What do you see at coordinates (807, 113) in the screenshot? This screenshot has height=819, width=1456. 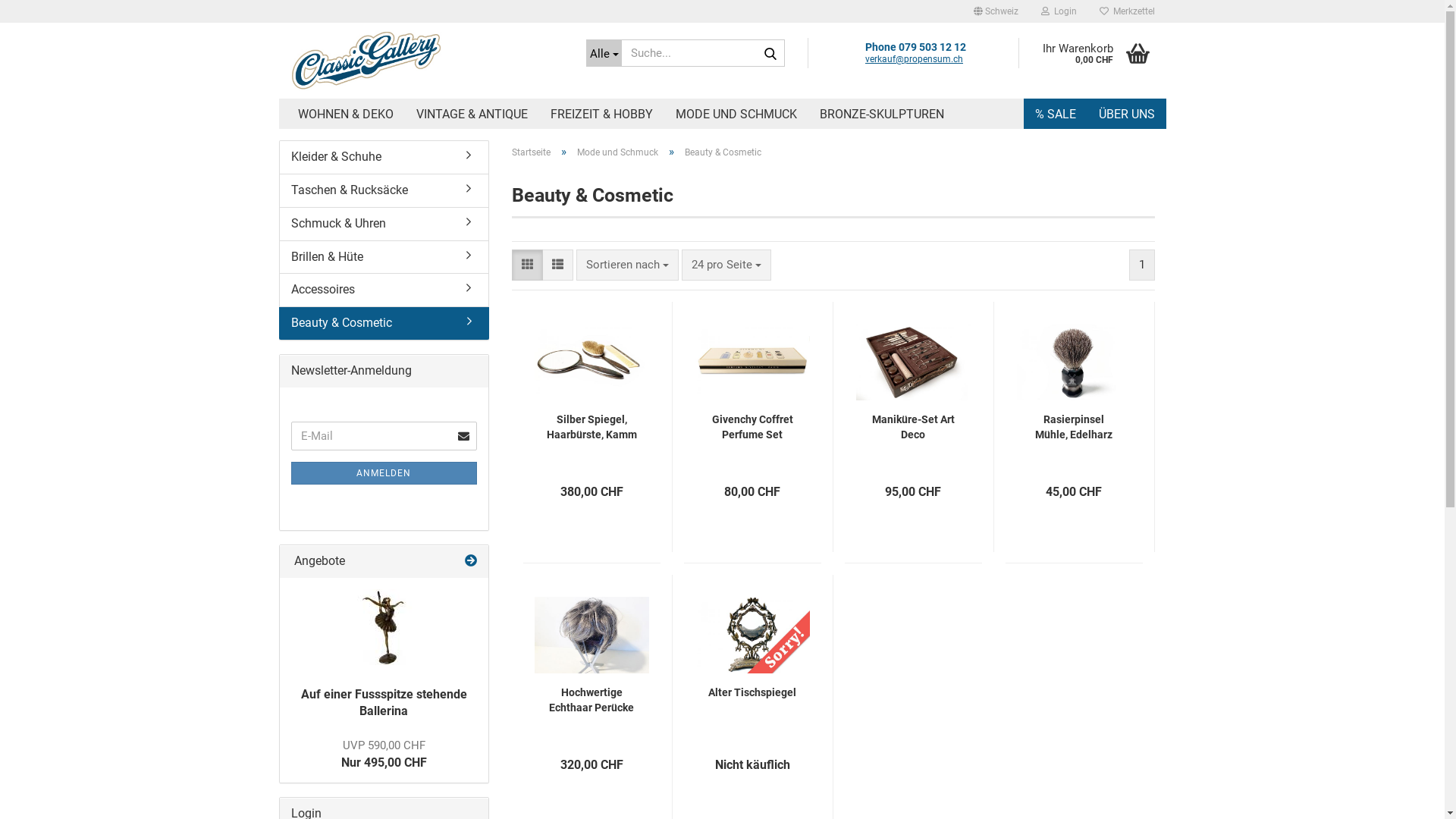 I see `'BRONZE-SKULPTUREN'` at bounding box center [807, 113].